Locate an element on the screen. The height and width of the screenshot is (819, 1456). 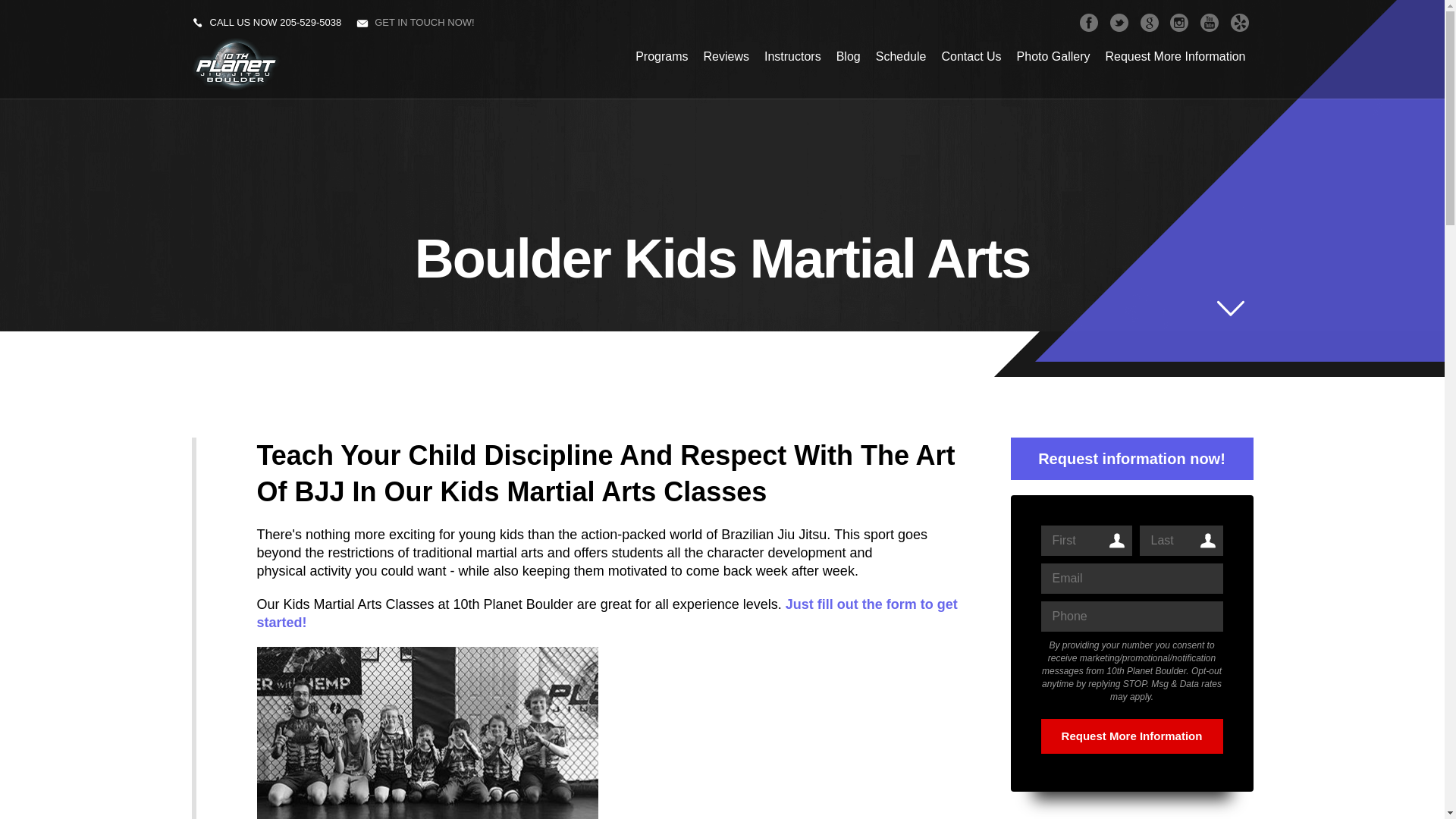
'TWITTER' is located at coordinates (1119, 23).